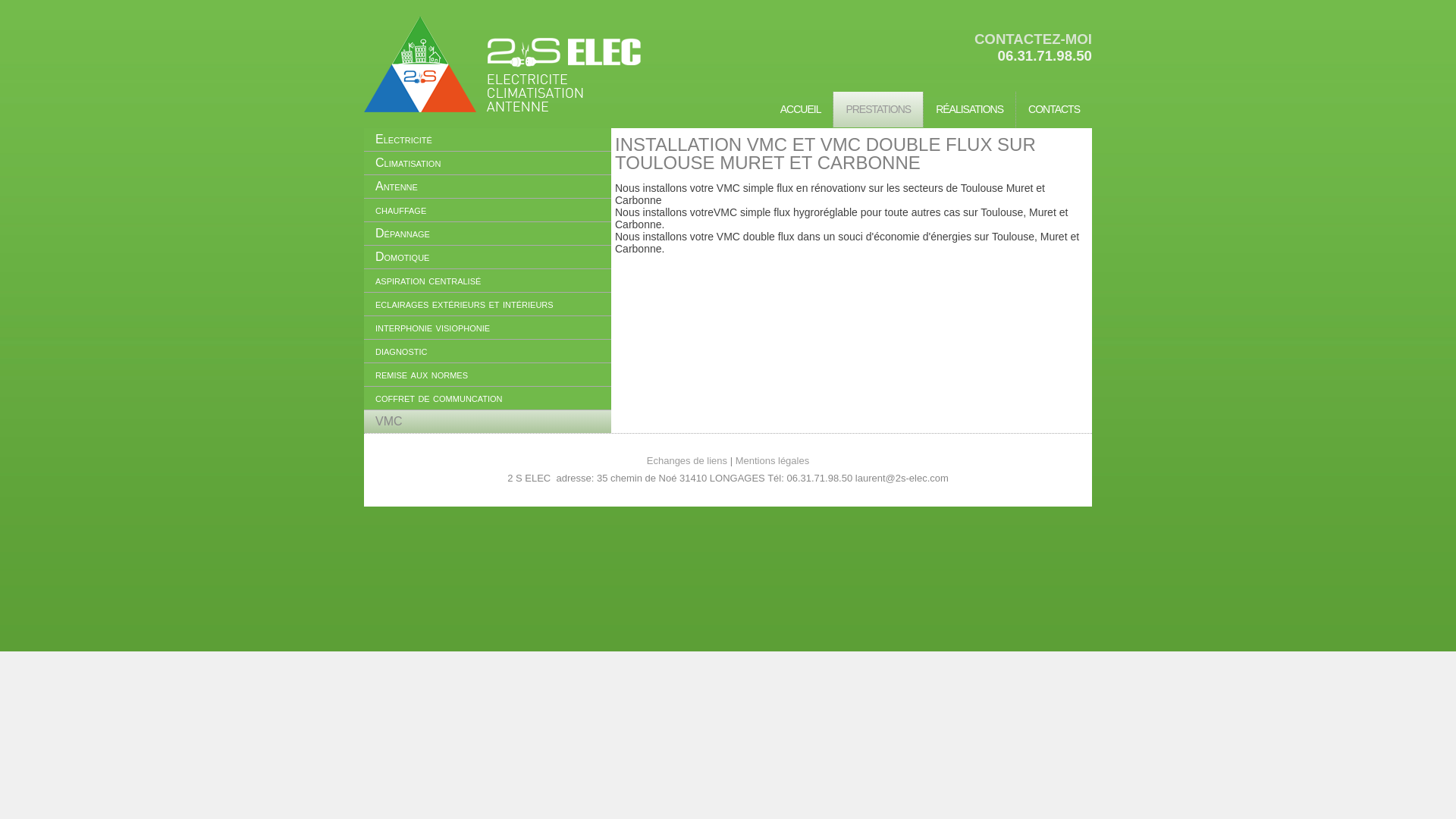 The image size is (1456, 819). I want to click on 'PRESTATIONS', so click(877, 108).